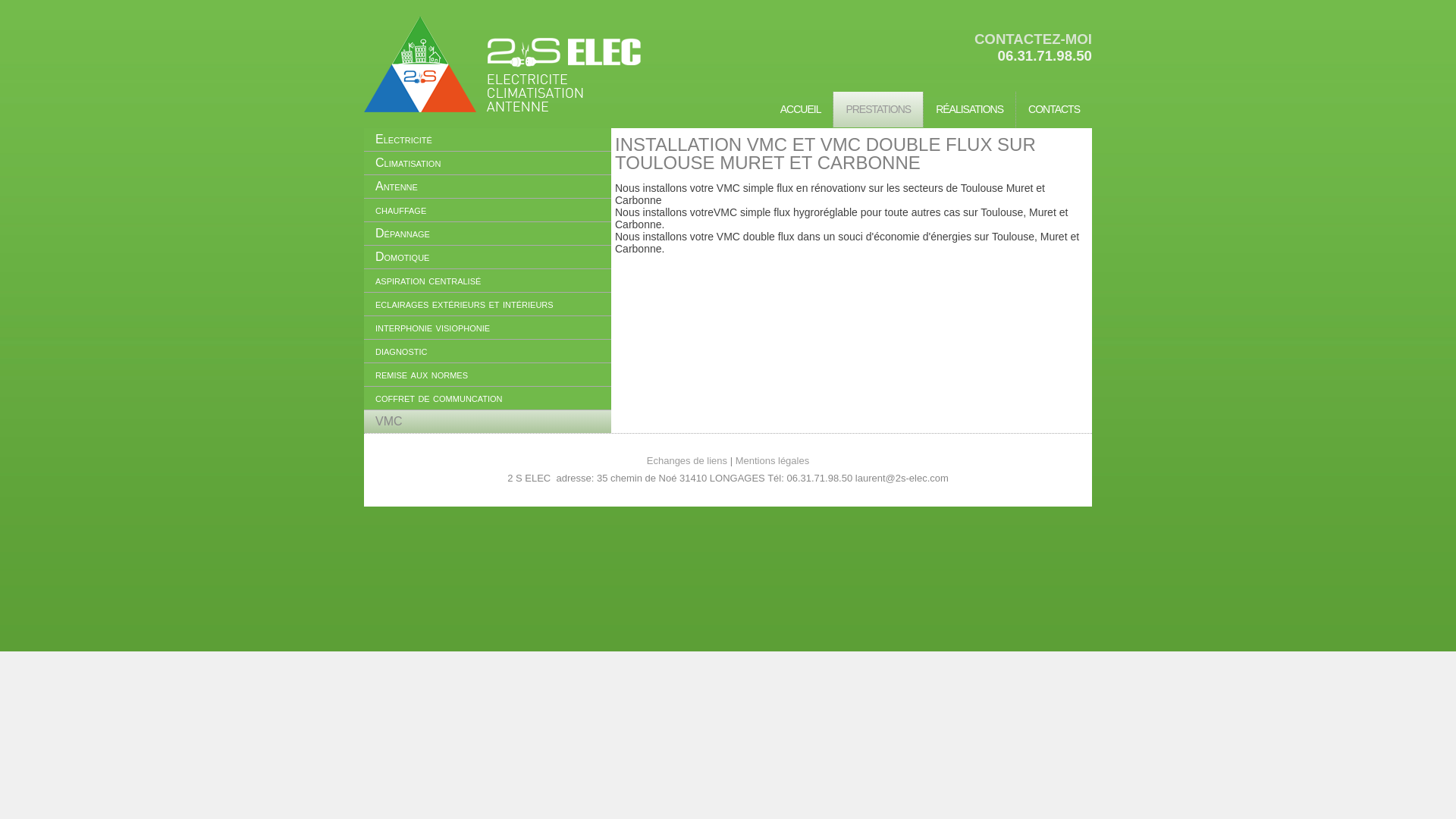 The image size is (1456, 819). I want to click on 'PRESTATIONS', so click(877, 108).